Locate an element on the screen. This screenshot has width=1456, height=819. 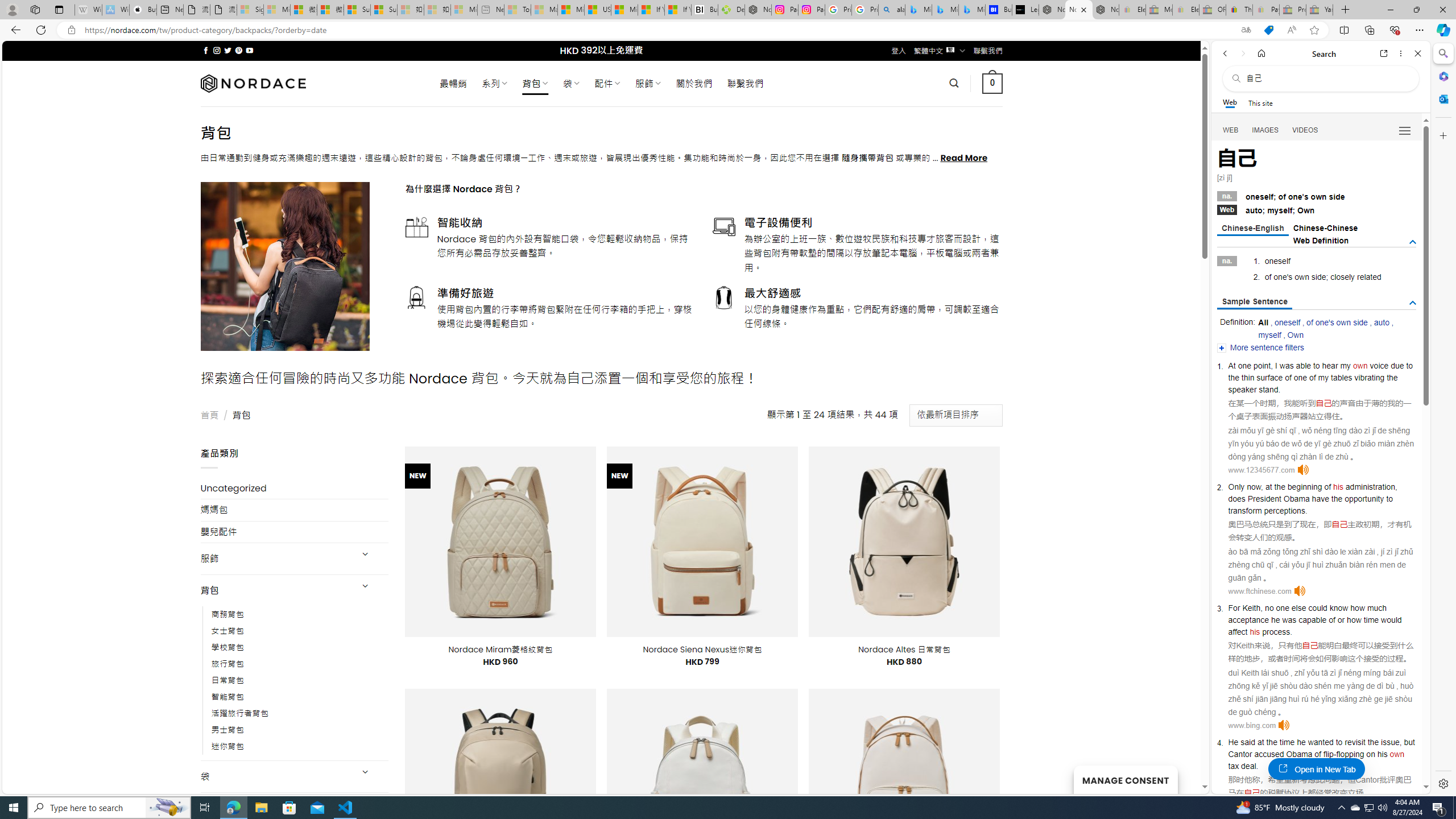
'time' is located at coordinates (1287, 742).